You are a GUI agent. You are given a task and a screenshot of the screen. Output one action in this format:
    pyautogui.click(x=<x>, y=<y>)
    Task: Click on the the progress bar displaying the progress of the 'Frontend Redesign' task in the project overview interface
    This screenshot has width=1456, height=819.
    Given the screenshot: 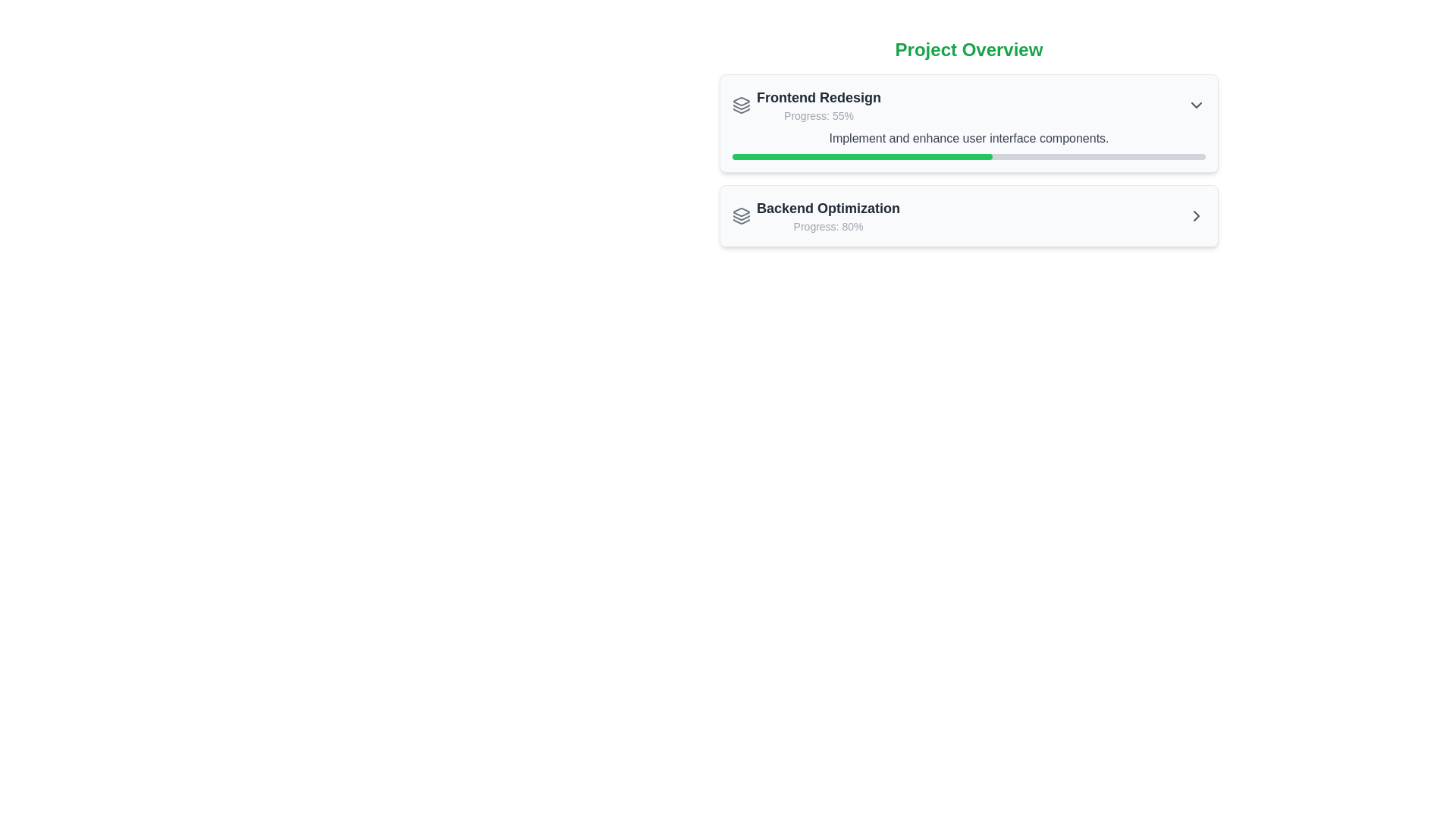 What is the action you would take?
    pyautogui.click(x=862, y=157)
    